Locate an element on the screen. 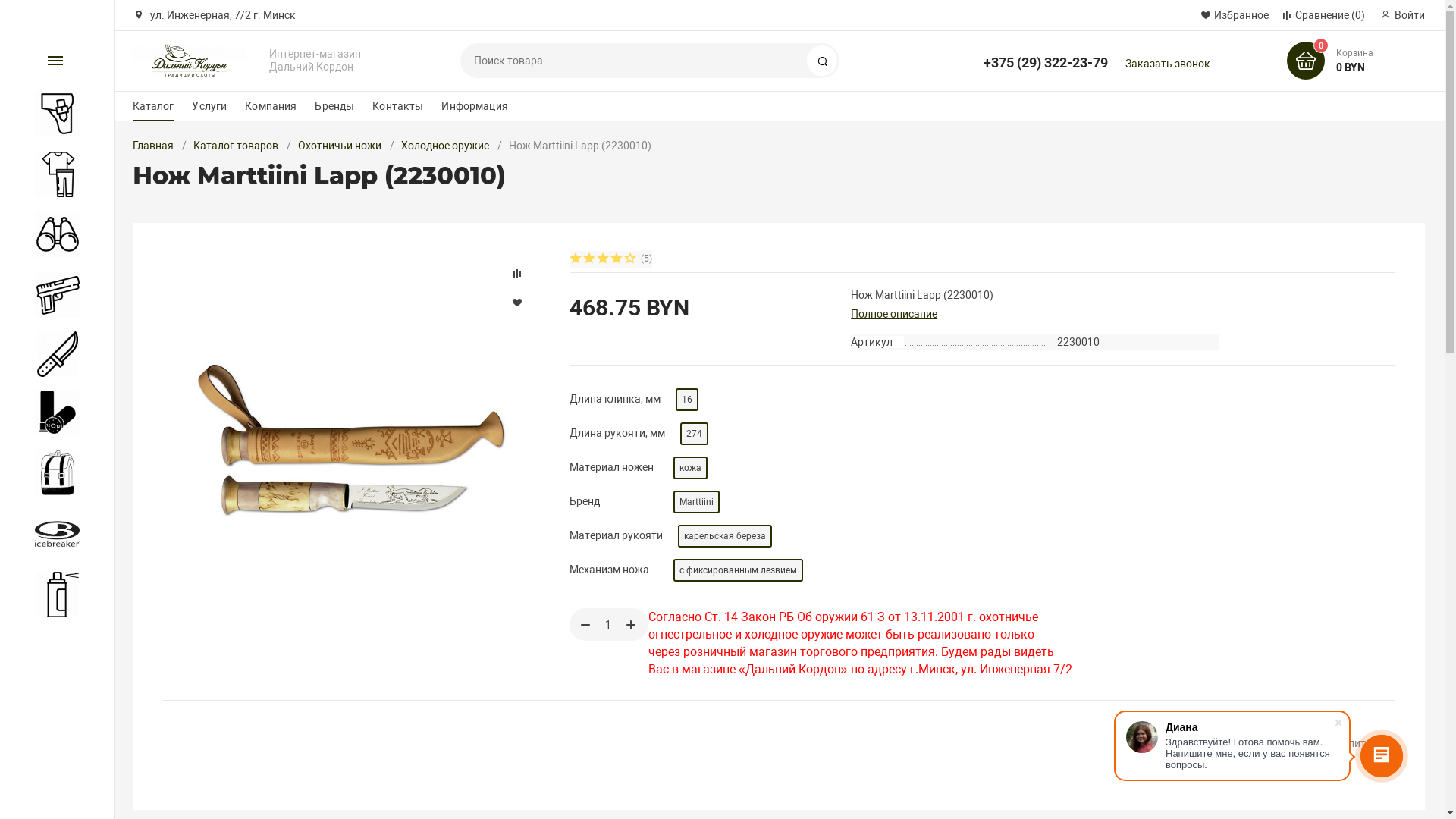  '5' is located at coordinates (630, 259).